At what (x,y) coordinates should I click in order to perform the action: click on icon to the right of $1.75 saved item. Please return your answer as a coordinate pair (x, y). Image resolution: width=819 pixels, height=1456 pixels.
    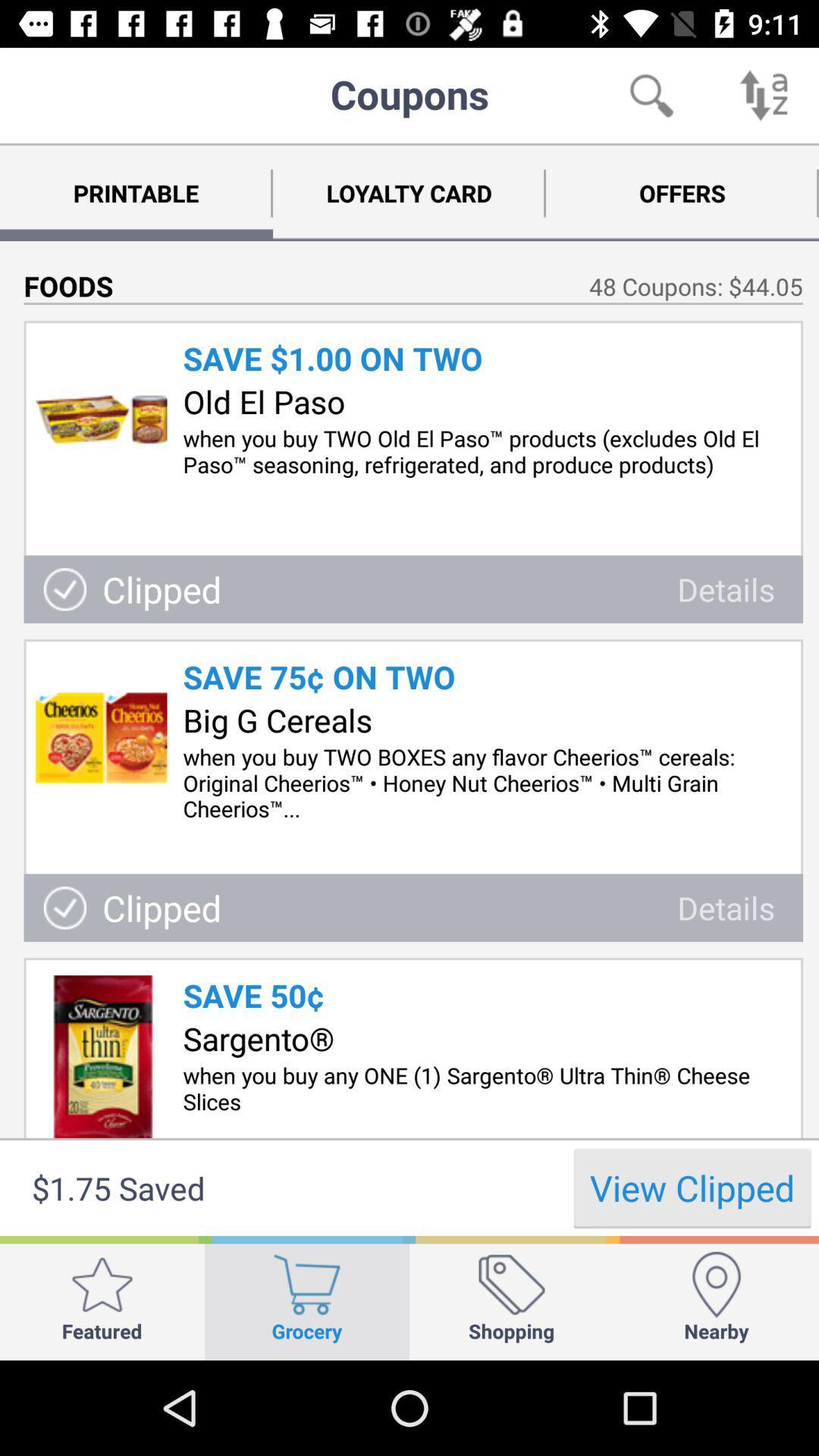
    Looking at the image, I should click on (692, 1187).